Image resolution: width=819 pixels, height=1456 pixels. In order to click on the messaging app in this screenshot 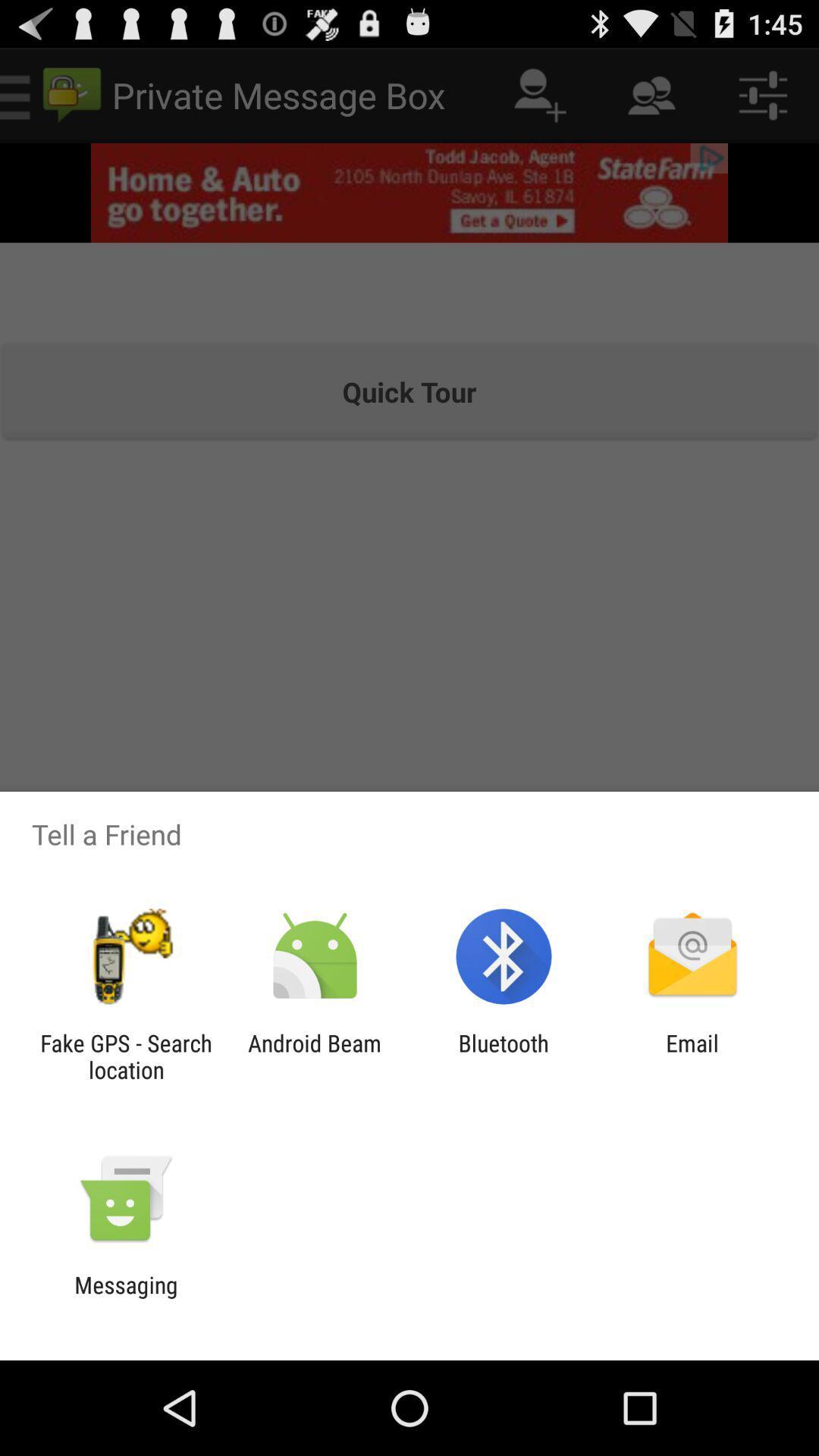, I will do `click(125, 1298)`.